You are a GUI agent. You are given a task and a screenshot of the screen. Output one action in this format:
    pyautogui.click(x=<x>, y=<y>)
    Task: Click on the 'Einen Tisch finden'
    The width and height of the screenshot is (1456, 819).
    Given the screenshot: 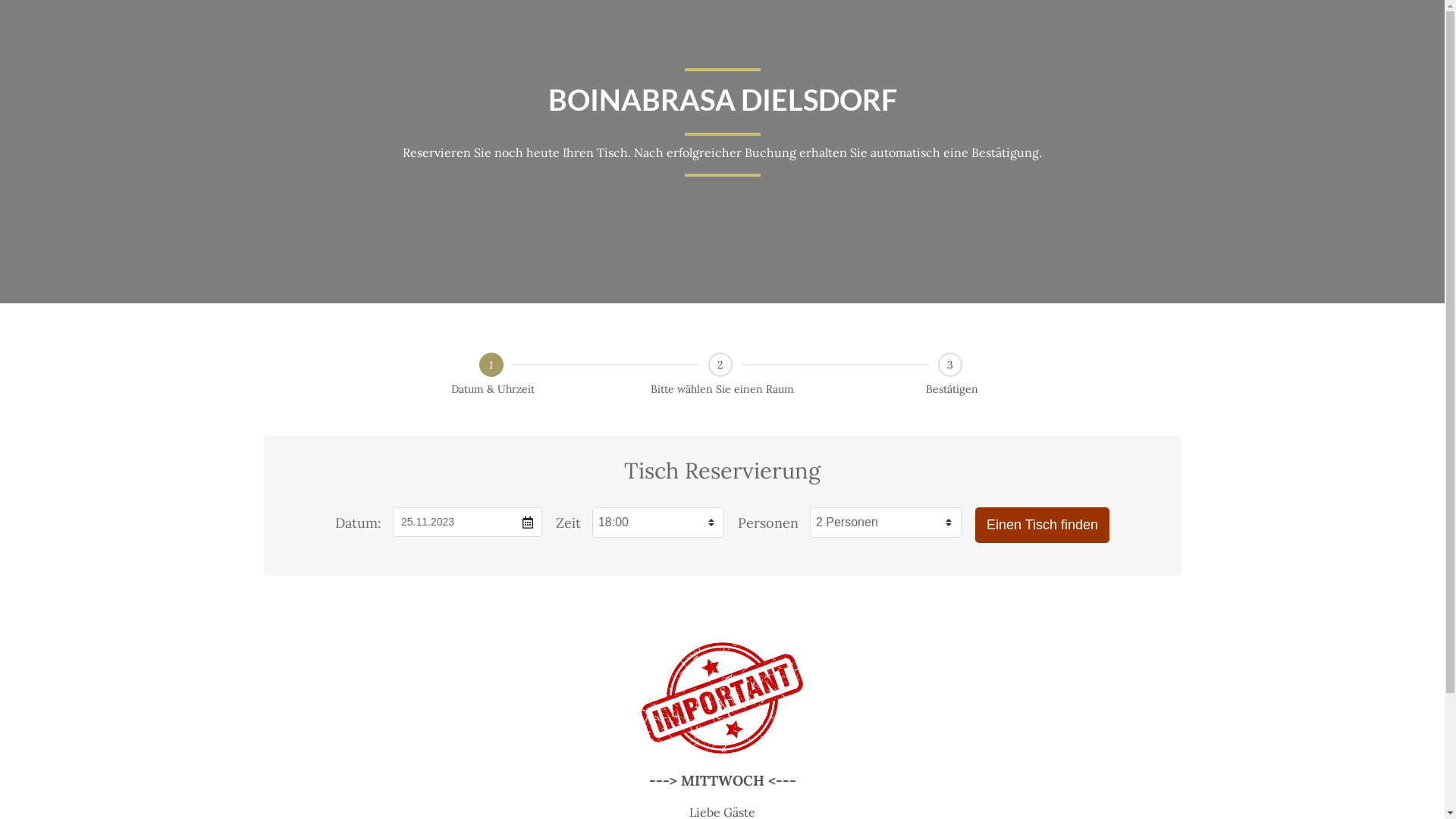 What is the action you would take?
    pyautogui.click(x=1041, y=523)
    